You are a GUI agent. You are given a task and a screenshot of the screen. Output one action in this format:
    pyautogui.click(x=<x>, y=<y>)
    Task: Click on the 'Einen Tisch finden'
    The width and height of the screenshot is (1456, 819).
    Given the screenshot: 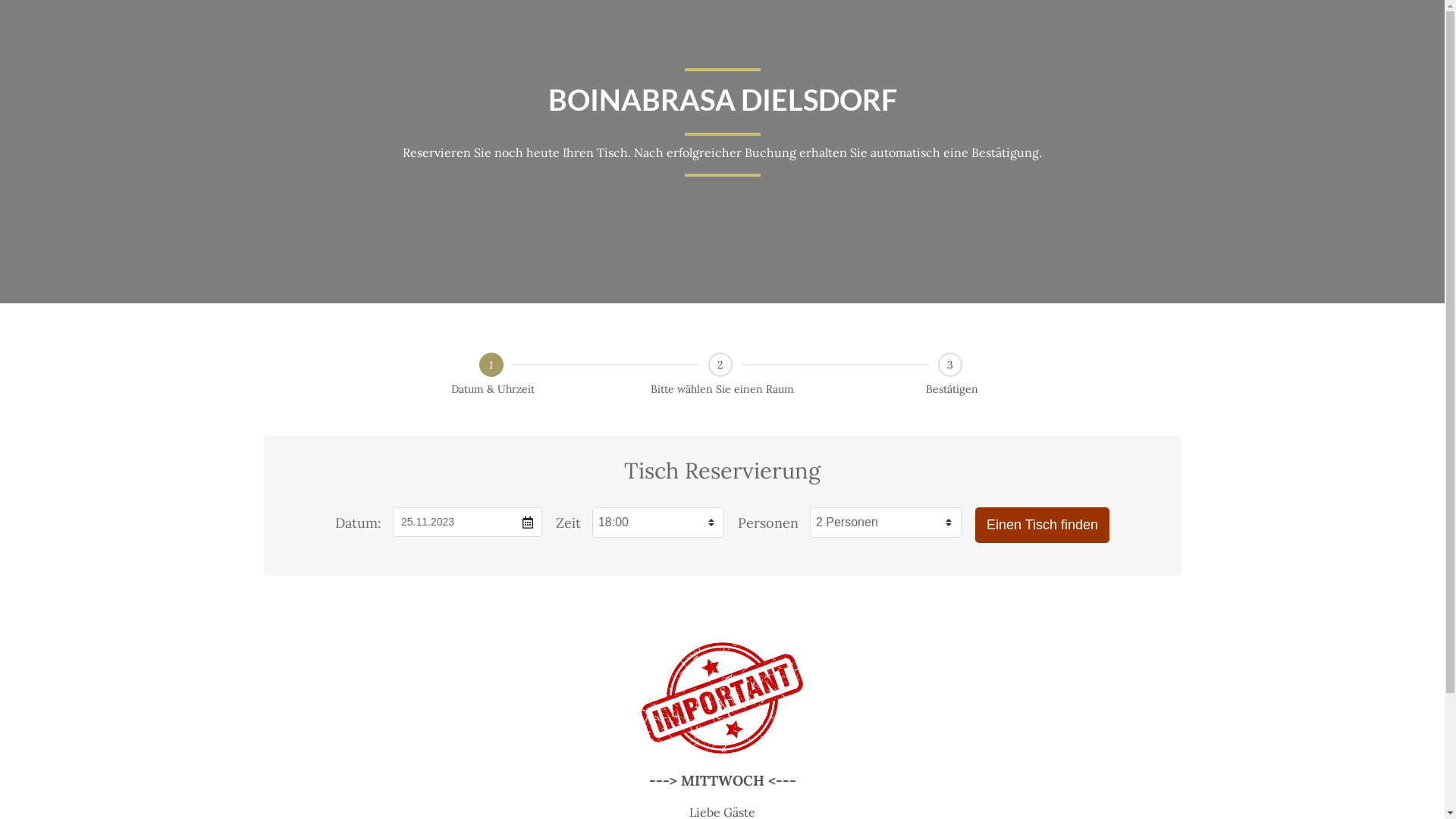 What is the action you would take?
    pyautogui.click(x=1041, y=523)
    